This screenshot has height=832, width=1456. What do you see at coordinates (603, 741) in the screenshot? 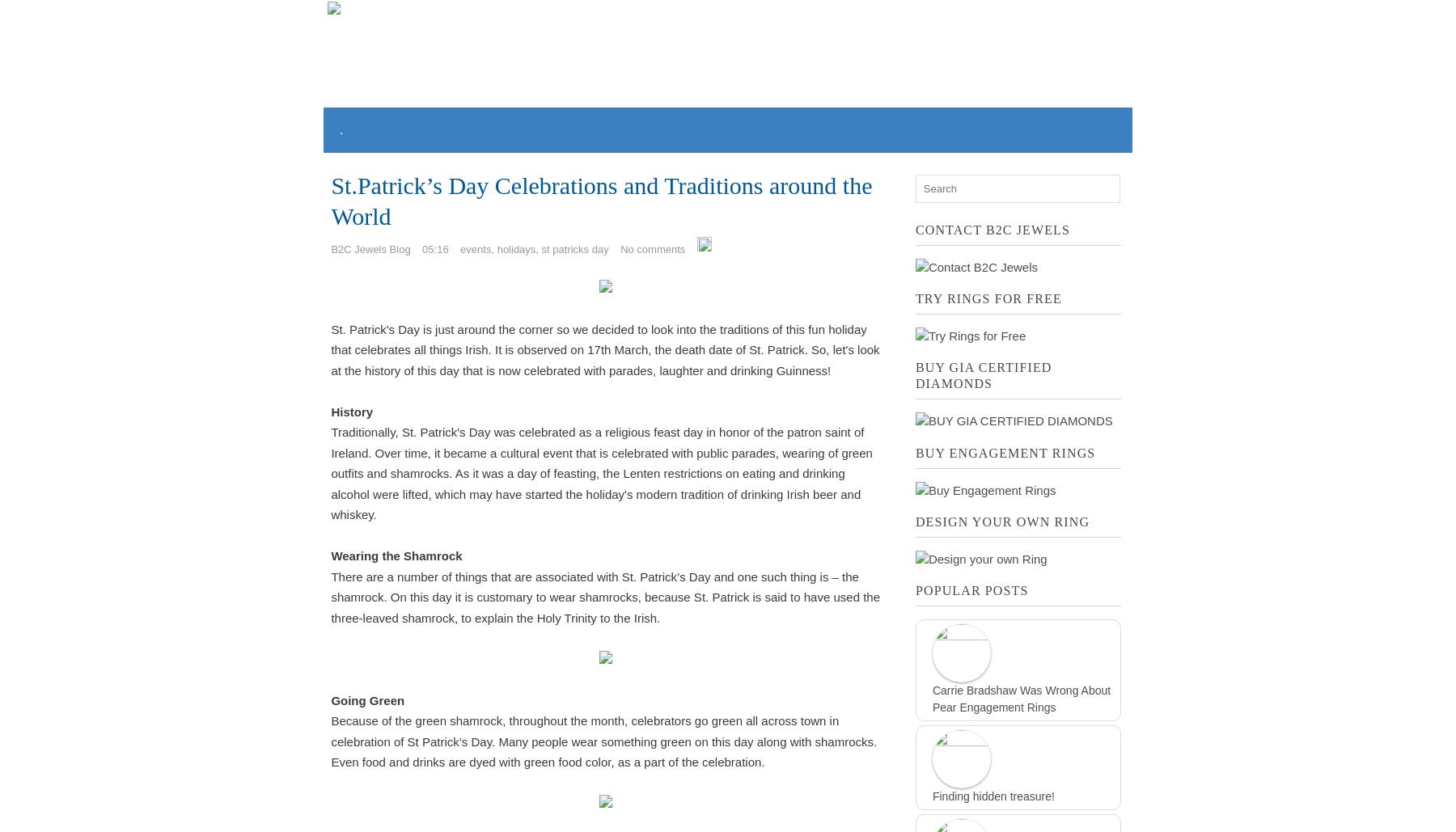
I see `'Because of the green shamrock, throughout the month, celebrators go green all across town in celebration of St Patrick’s Day. Many people wear something green on this day along with shamrocks. Even food and drinks are dyed with green food color, as a part of the celebration.'` at bounding box center [603, 741].